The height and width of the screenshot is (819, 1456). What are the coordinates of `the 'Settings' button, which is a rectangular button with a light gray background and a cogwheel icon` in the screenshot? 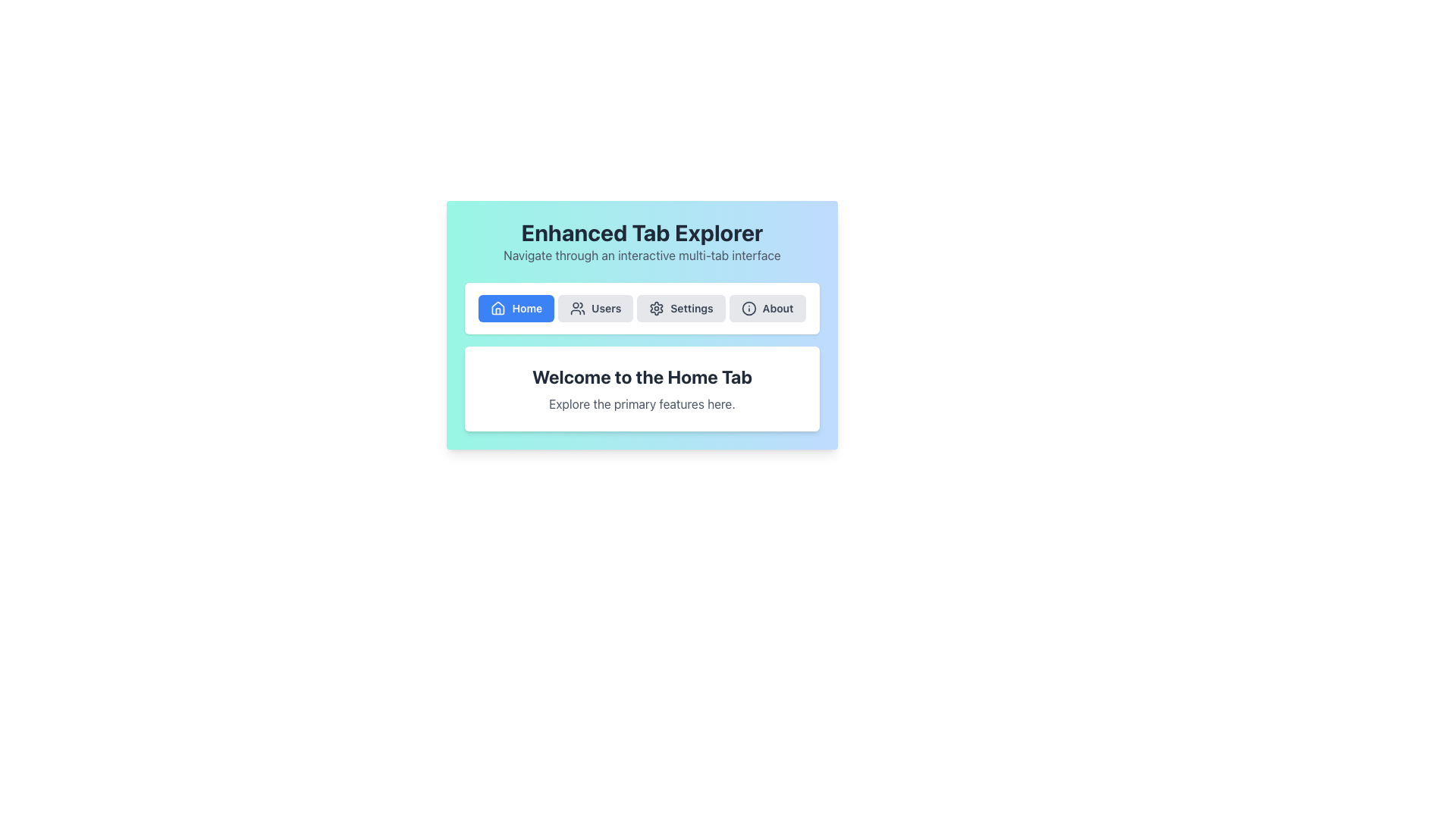 It's located at (680, 308).